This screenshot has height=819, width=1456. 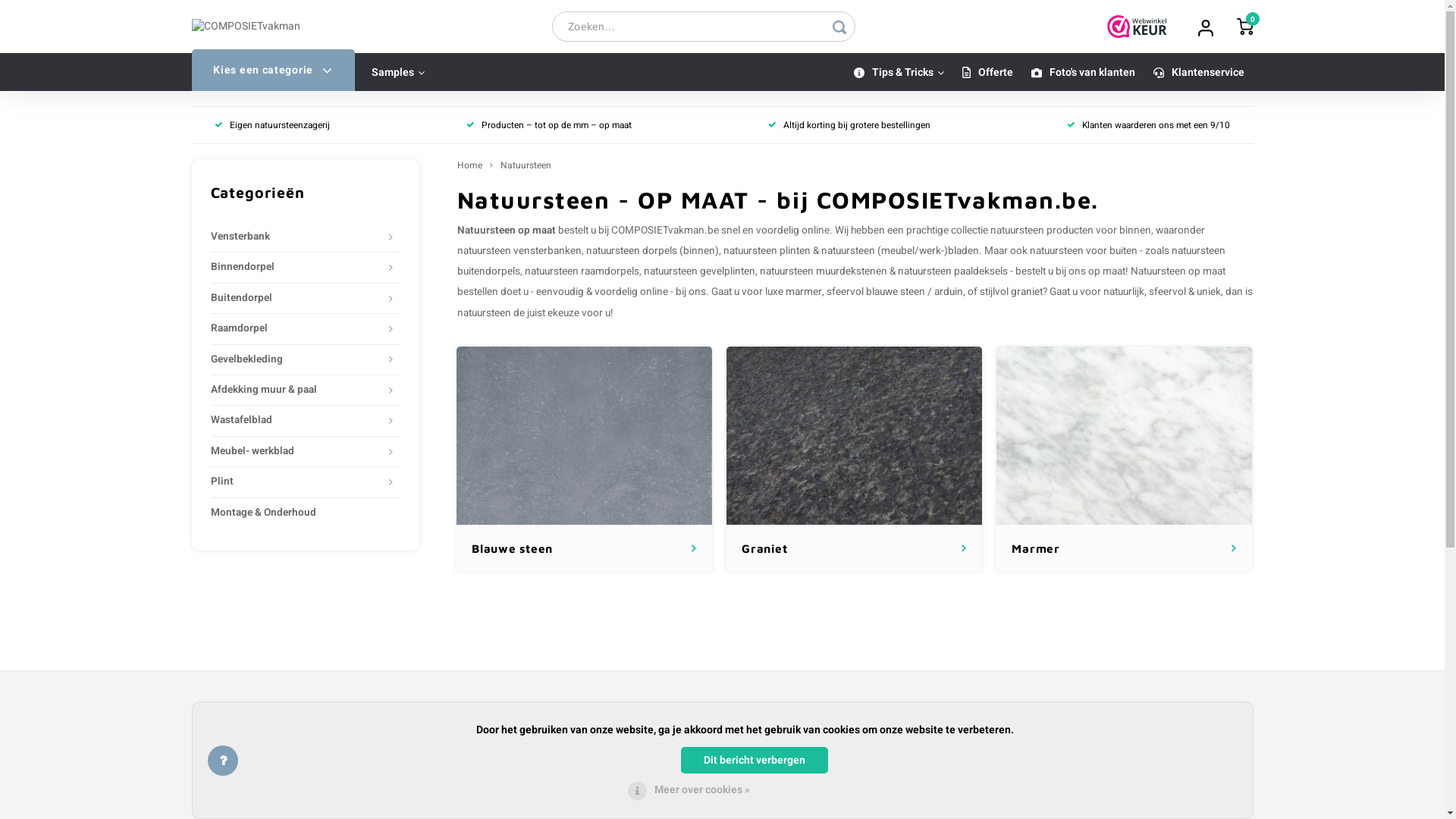 What do you see at coordinates (952, 73) in the screenshot?
I see `'Offerte'` at bounding box center [952, 73].